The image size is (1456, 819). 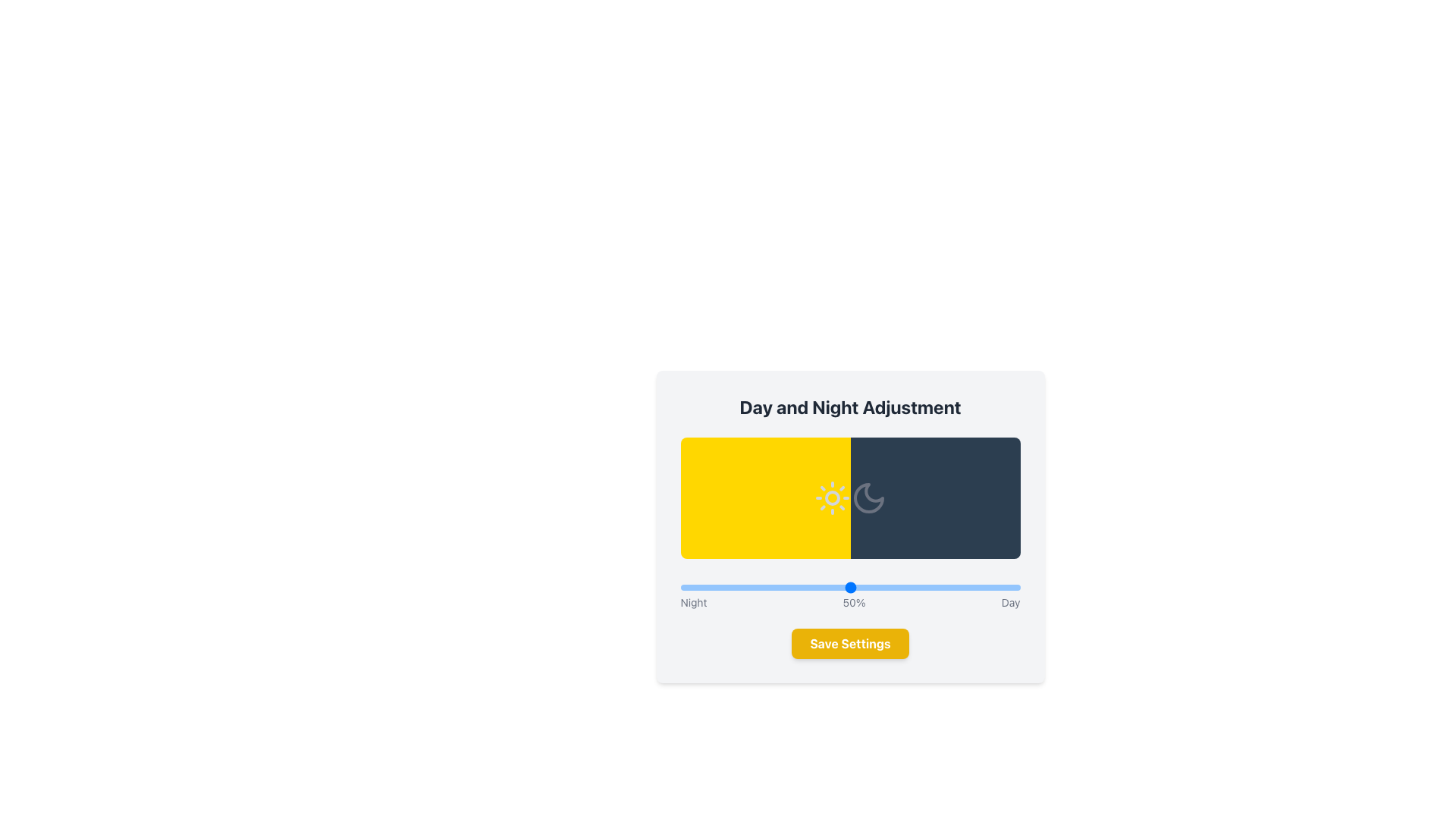 What do you see at coordinates (765, 587) in the screenshot?
I see `the adjustment slider` at bounding box center [765, 587].